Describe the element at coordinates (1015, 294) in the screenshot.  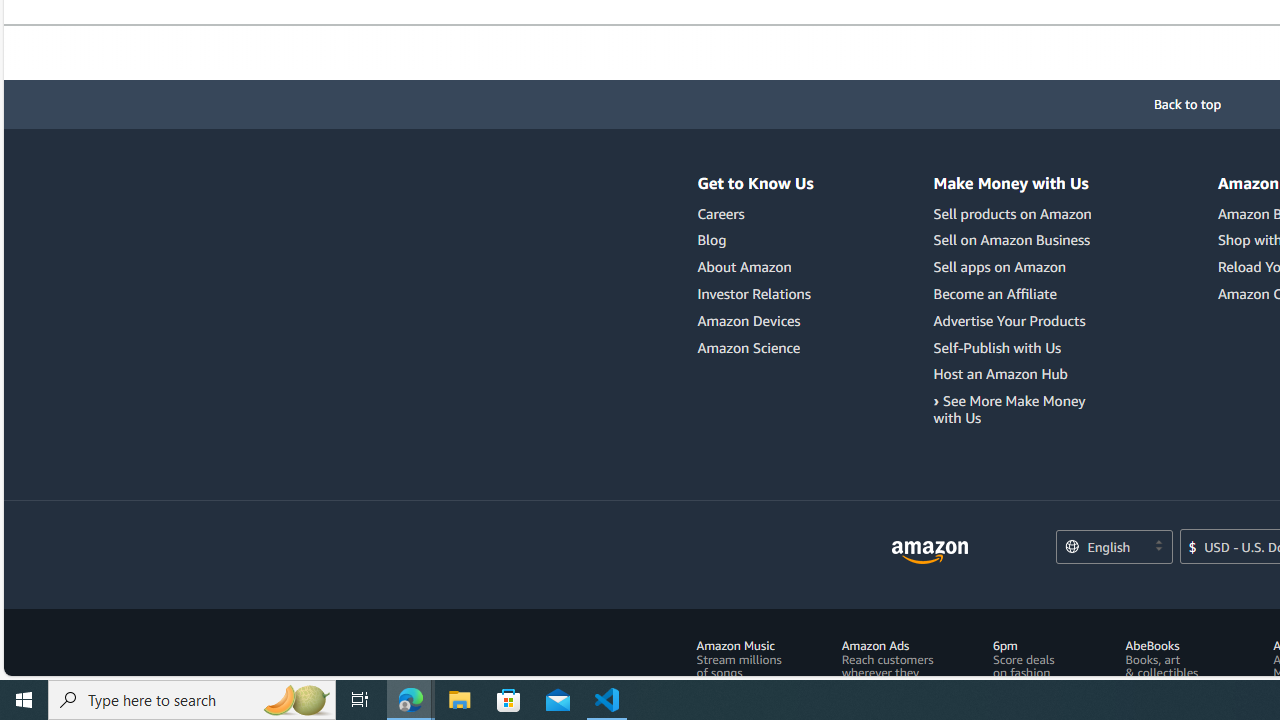
I see `'Become an Affiliate'` at that location.